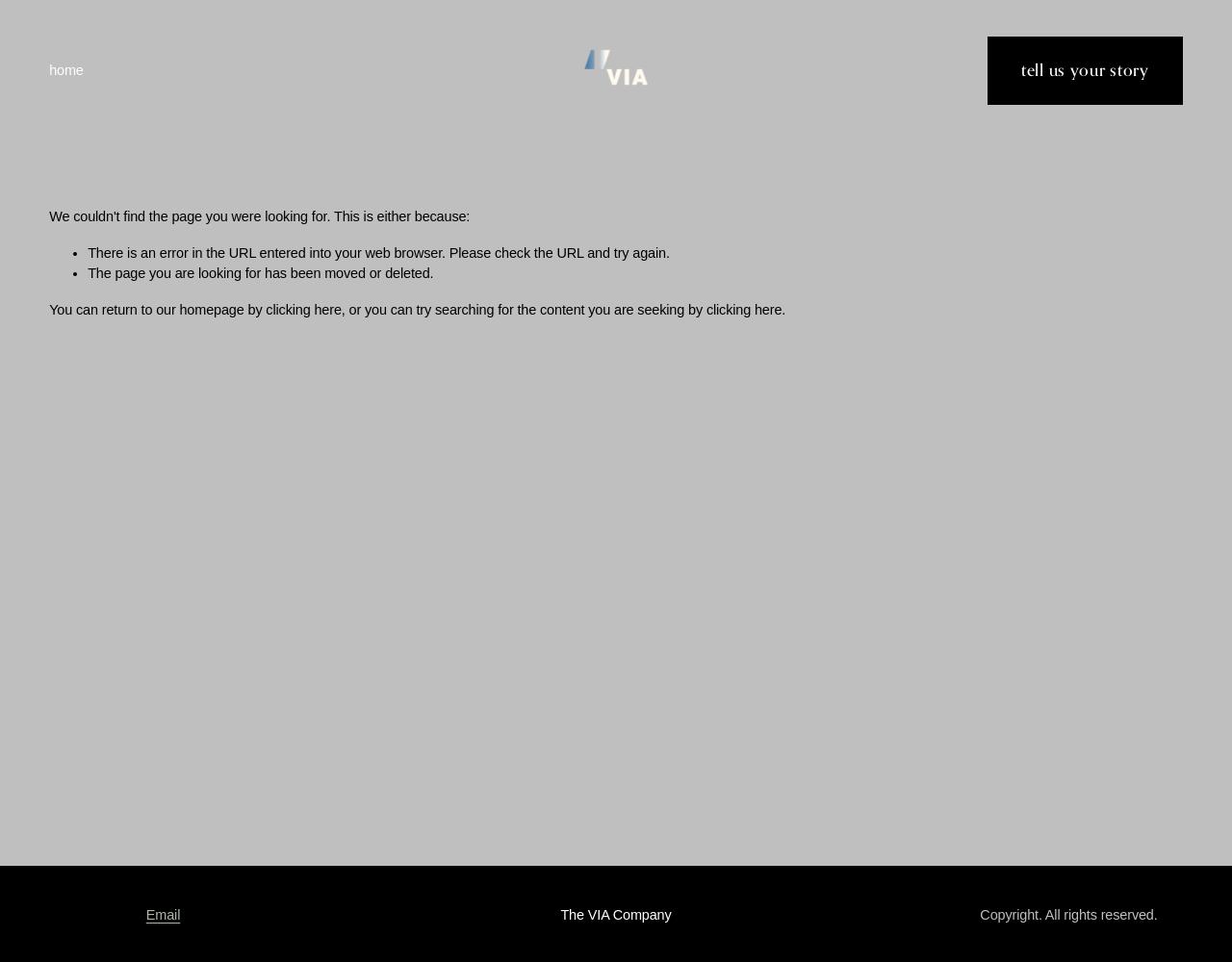 The height and width of the screenshot is (962, 1232). I want to click on 'You can return to our homepage by', so click(157, 309).